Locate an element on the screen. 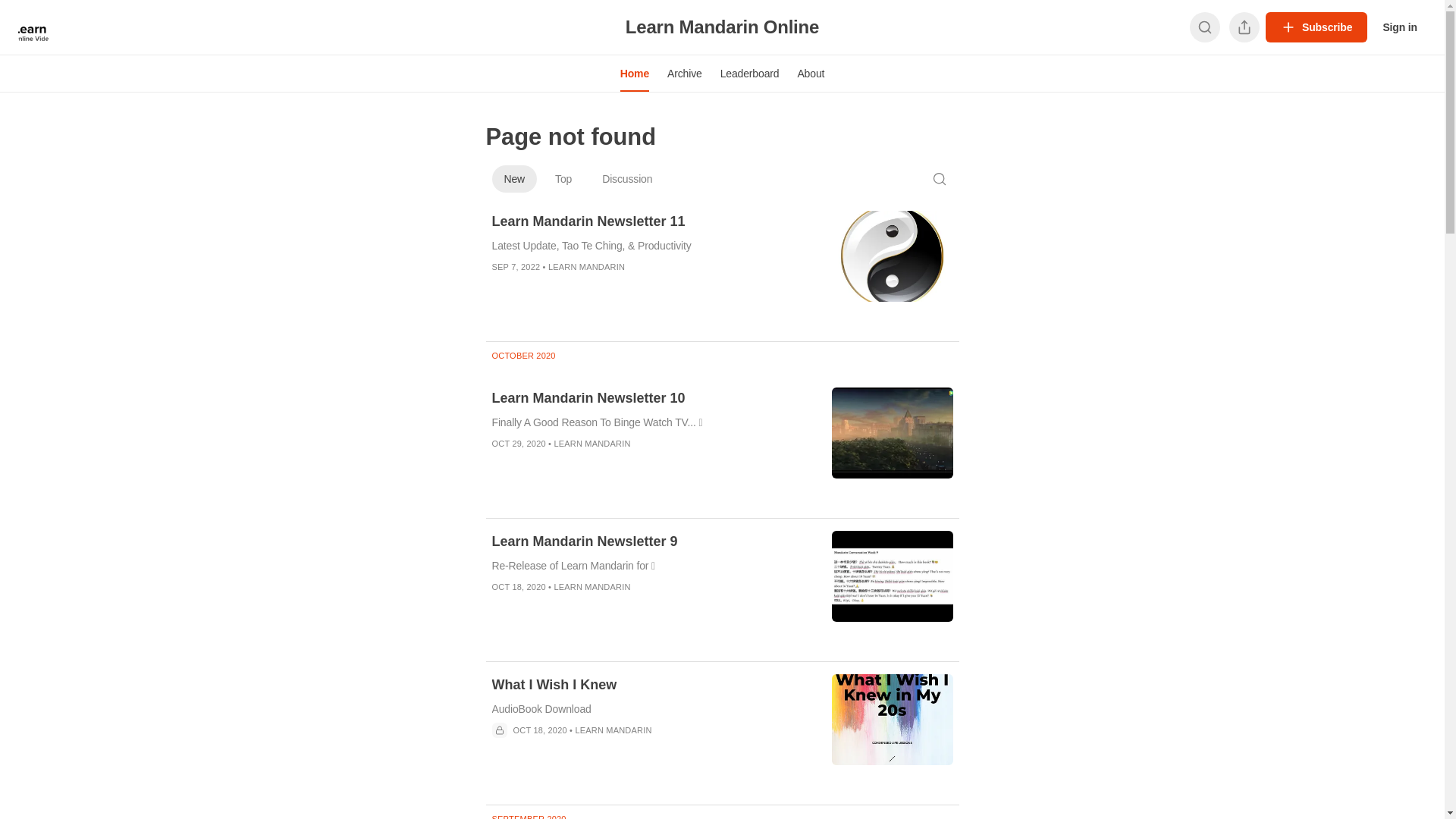 The image size is (1456, 819). 'LEARN MANDARIN' is located at coordinates (591, 586).